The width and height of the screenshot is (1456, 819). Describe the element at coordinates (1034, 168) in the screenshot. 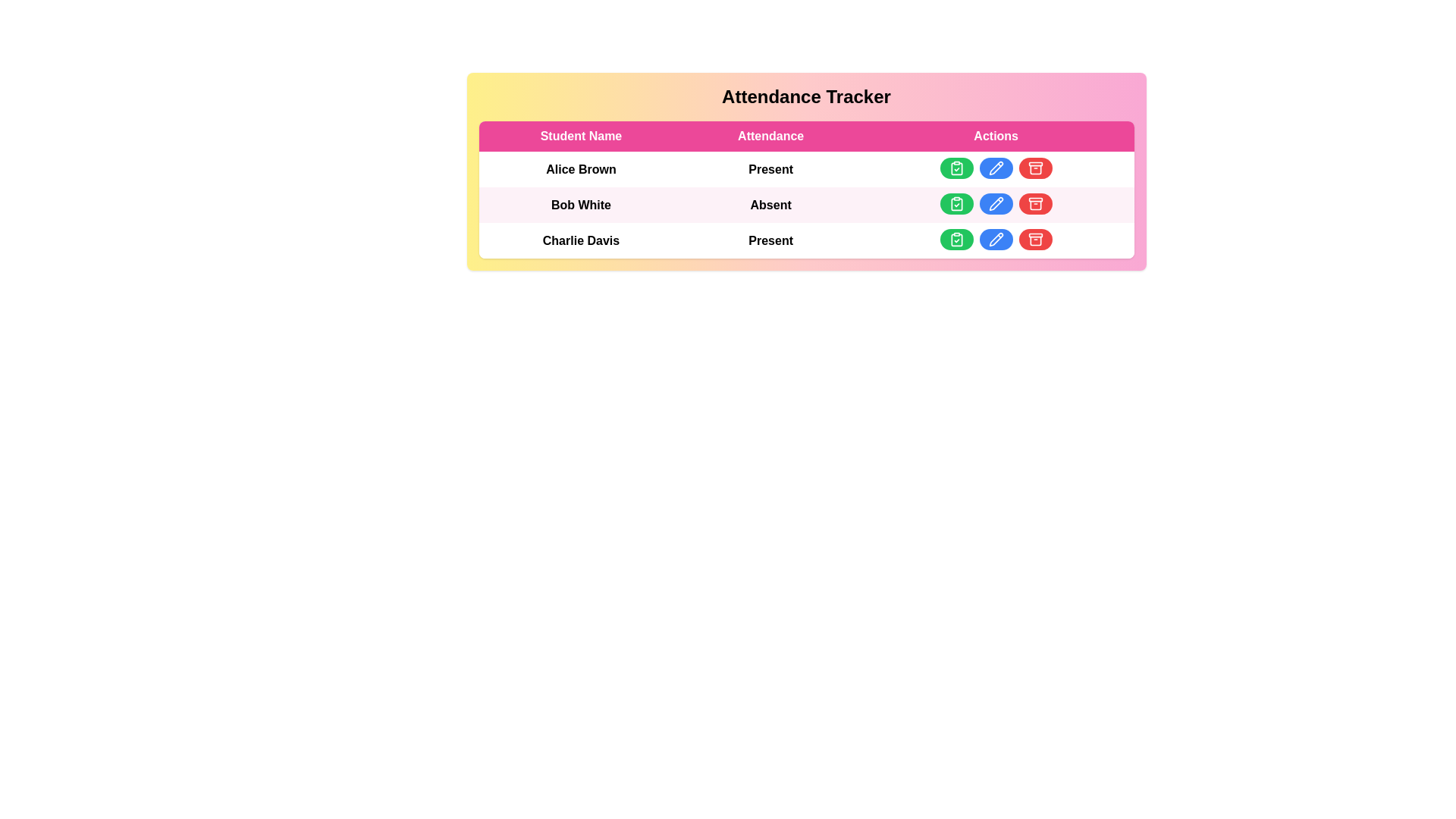

I see `'archive record' button for the student with name Alice Brown` at that location.